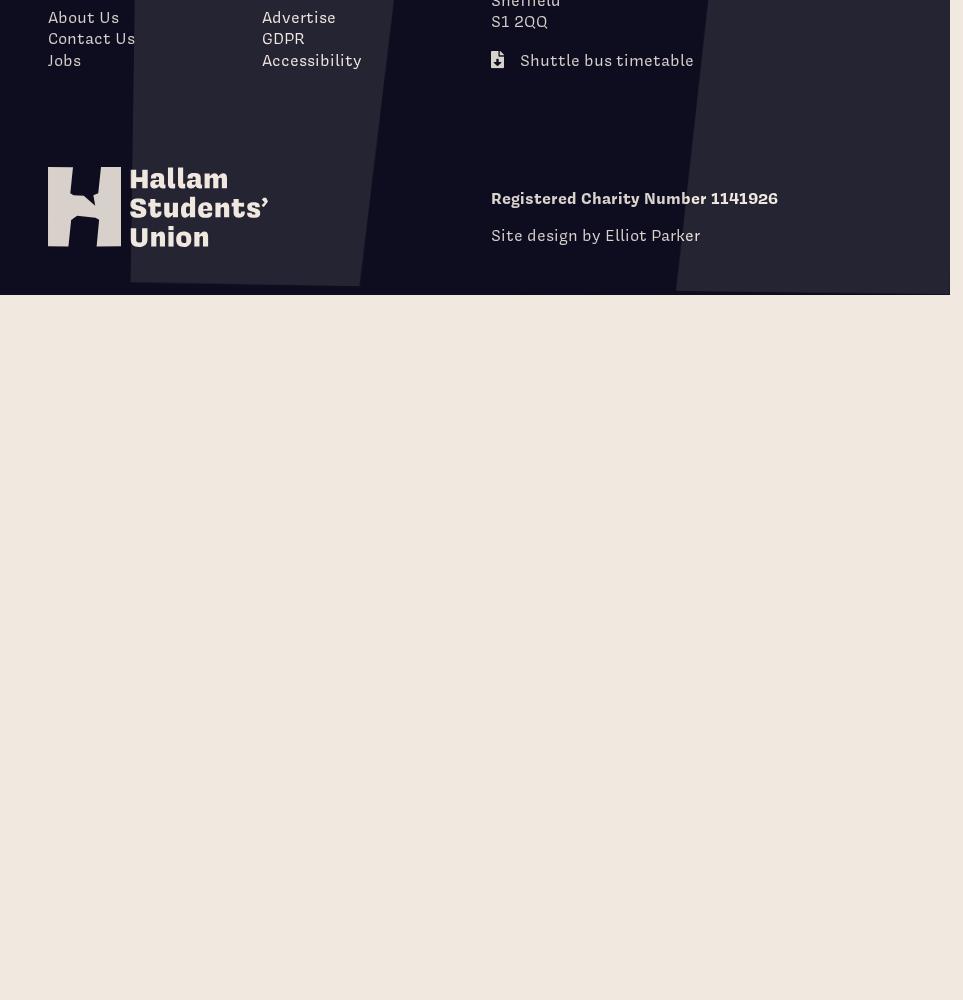  Describe the element at coordinates (651, 234) in the screenshot. I see `'Elliot Parker'` at that location.